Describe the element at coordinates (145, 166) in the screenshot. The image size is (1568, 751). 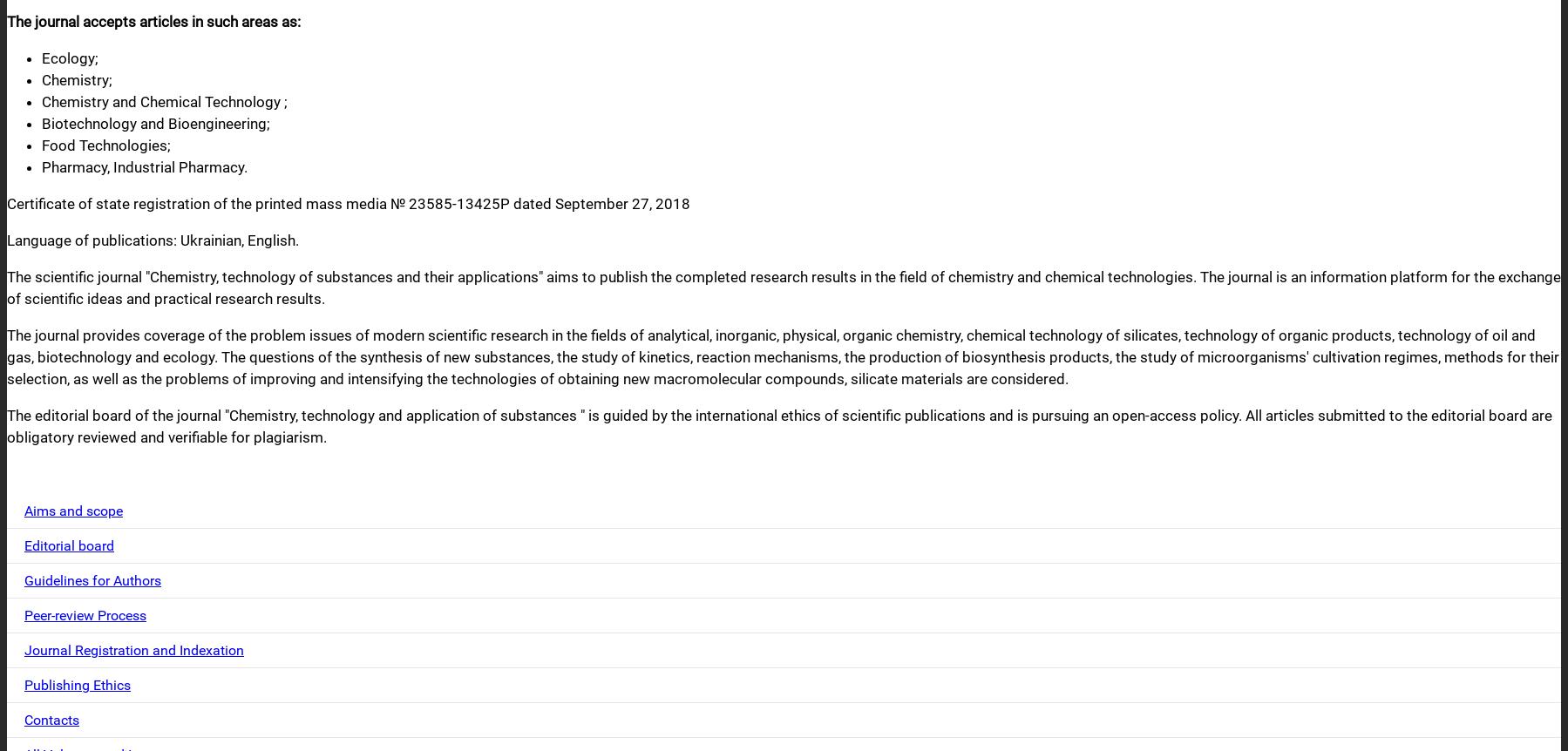
I see `'Pharmacy, Industrial Pharmacy.'` at that location.